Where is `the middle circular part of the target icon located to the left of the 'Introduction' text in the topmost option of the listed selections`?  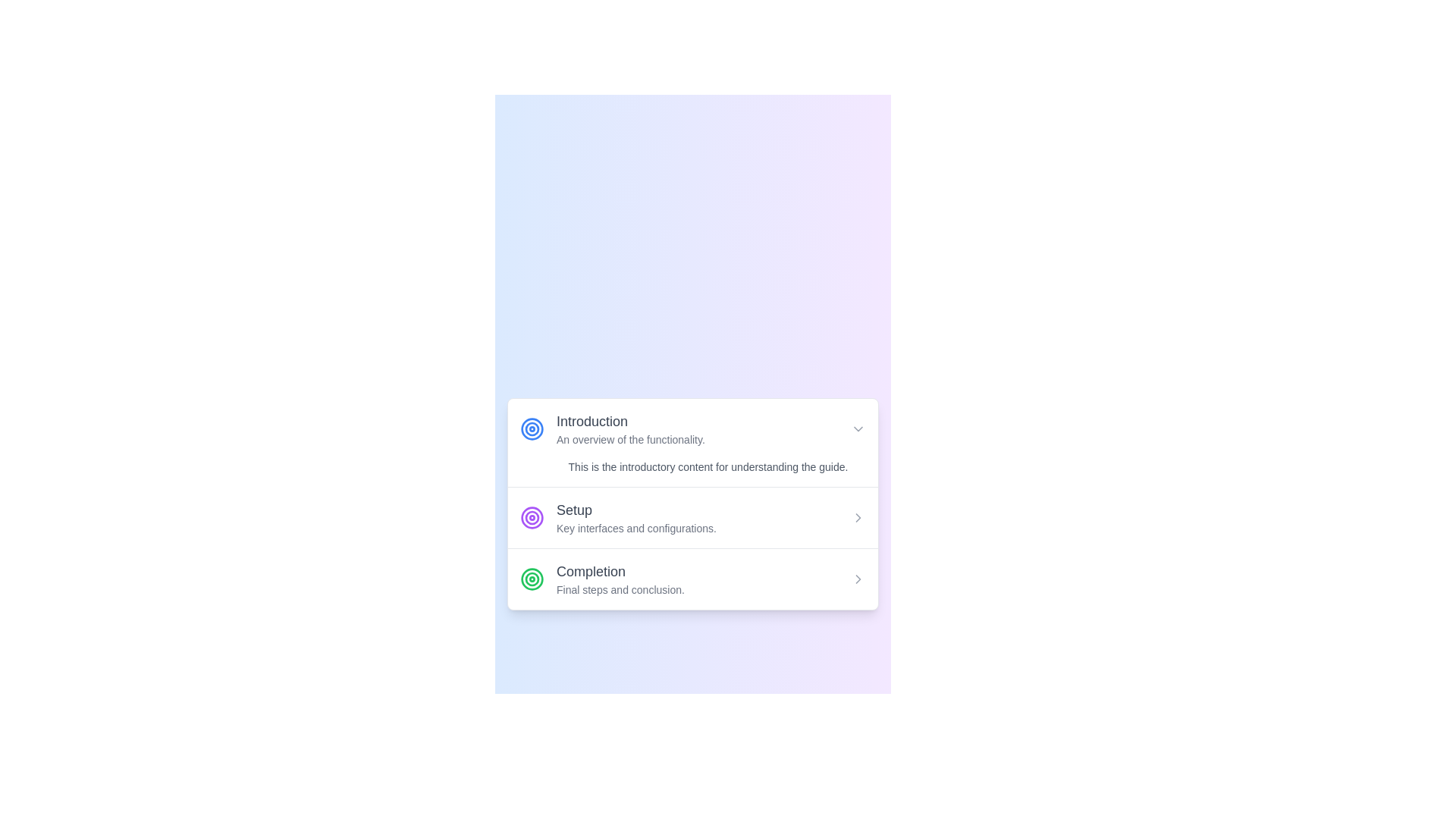 the middle circular part of the target icon located to the left of the 'Introduction' text in the topmost option of the listed selections is located at coordinates (532, 516).